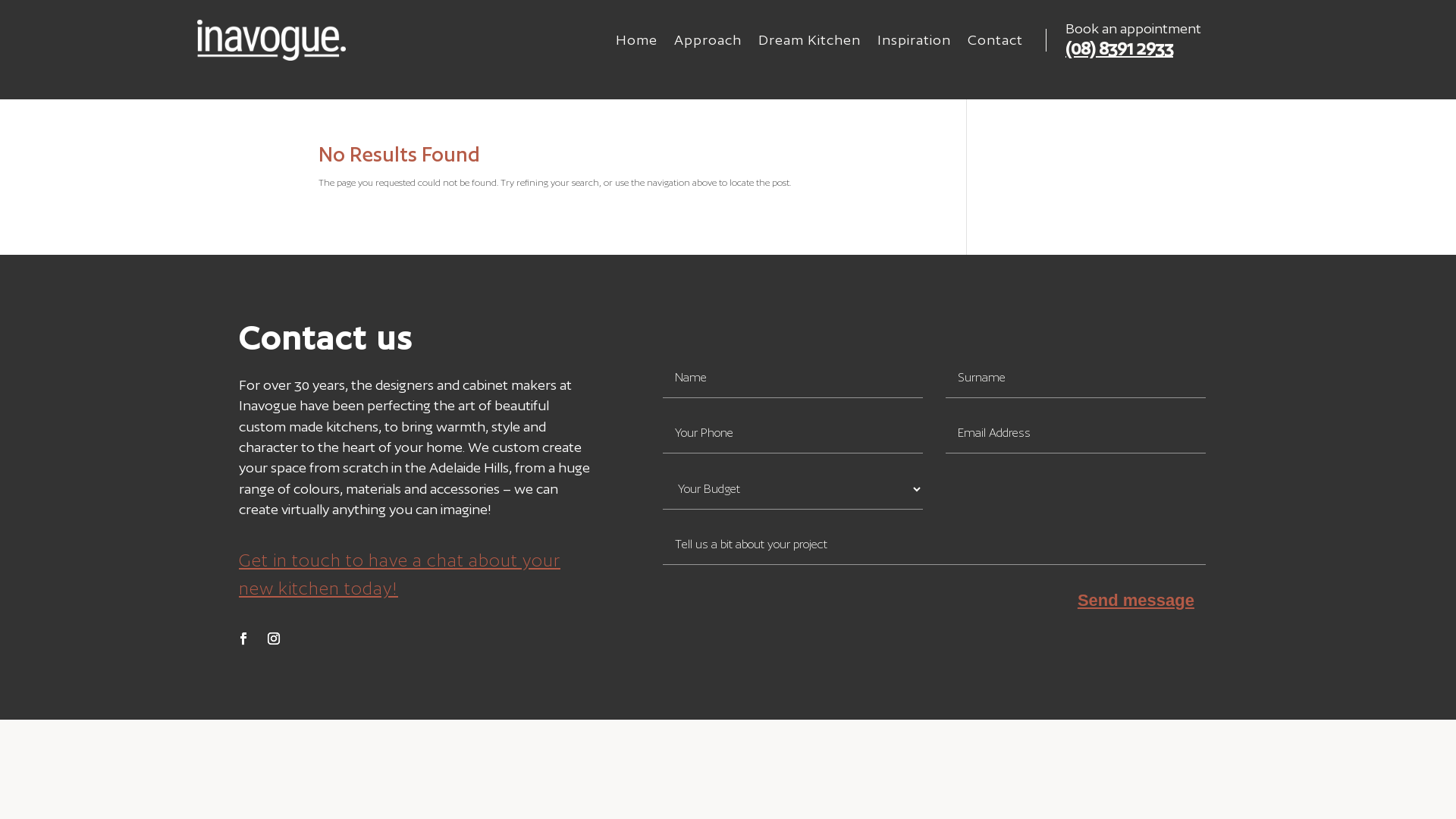 The height and width of the screenshot is (819, 1456). What do you see at coordinates (913, 42) in the screenshot?
I see `'Inspiration'` at bounding box center [913, 42].